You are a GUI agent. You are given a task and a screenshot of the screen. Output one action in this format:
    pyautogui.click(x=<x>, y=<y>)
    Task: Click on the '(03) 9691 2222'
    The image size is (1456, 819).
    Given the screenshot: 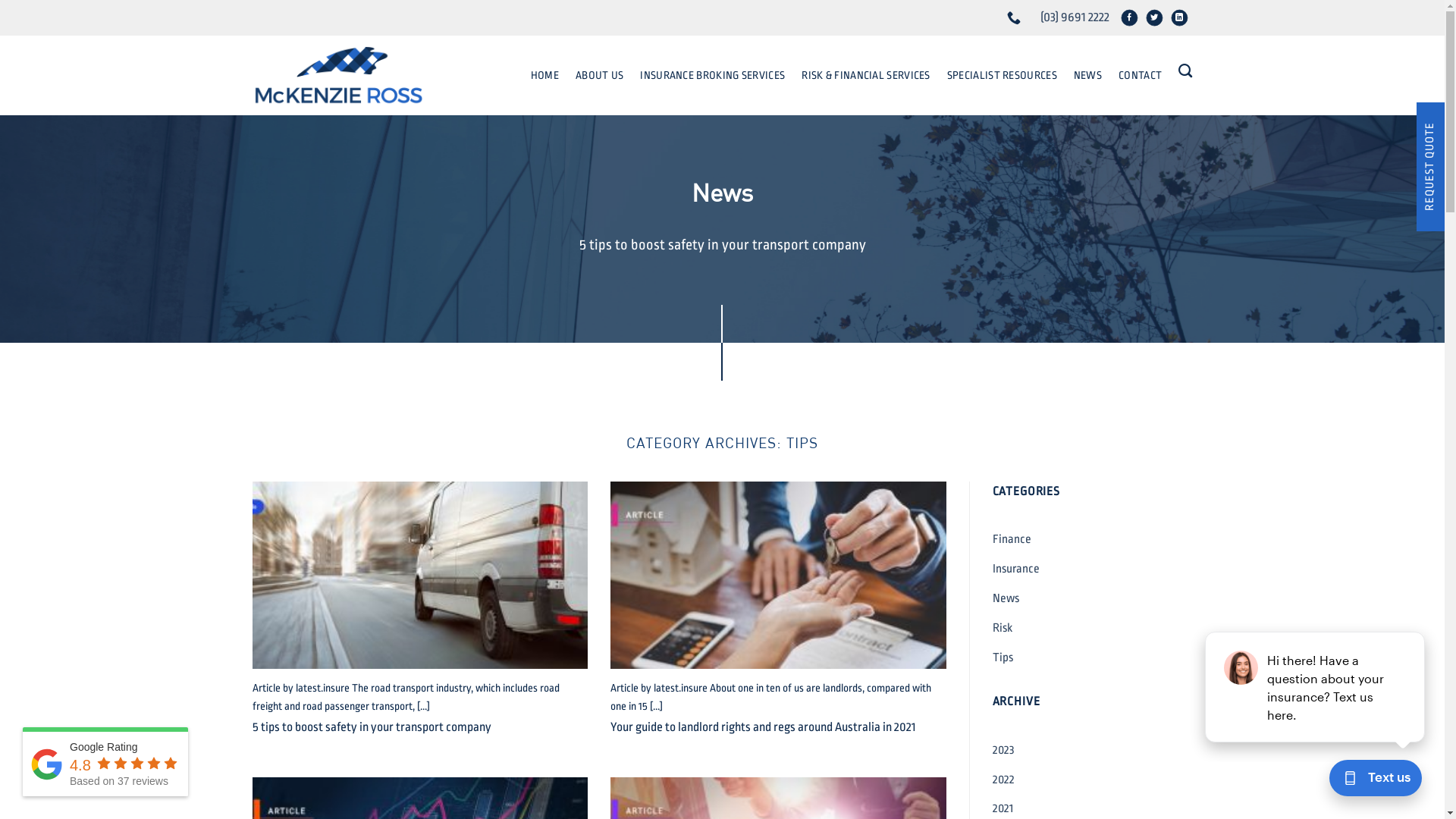 What is the action you would take?
    pyautogui.click(x=1015, y=17)
    